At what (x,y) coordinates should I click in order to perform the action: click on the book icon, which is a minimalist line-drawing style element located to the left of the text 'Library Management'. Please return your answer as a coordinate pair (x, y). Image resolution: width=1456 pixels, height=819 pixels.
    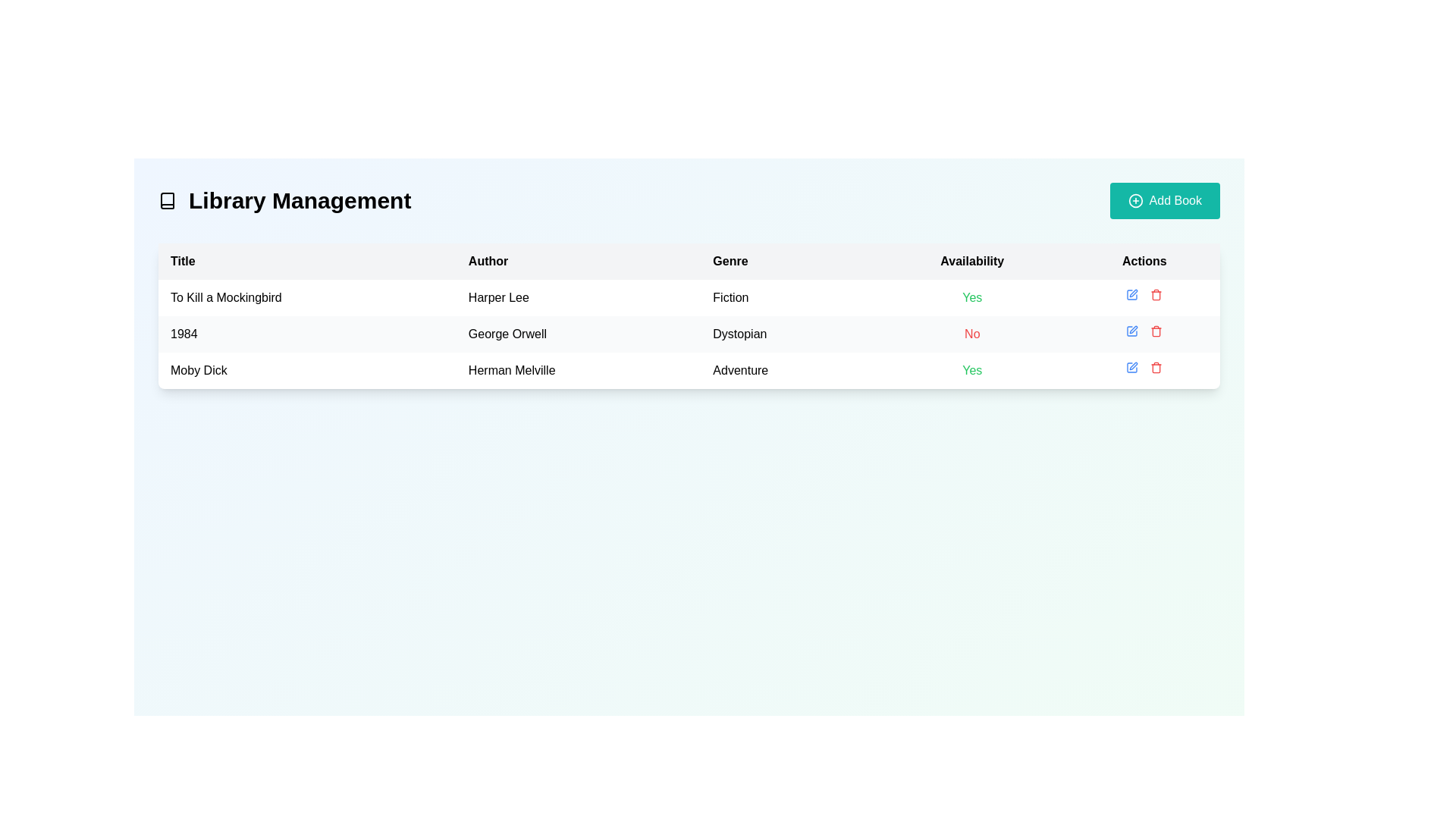
    Looking at the image, I should click on (167, 200).